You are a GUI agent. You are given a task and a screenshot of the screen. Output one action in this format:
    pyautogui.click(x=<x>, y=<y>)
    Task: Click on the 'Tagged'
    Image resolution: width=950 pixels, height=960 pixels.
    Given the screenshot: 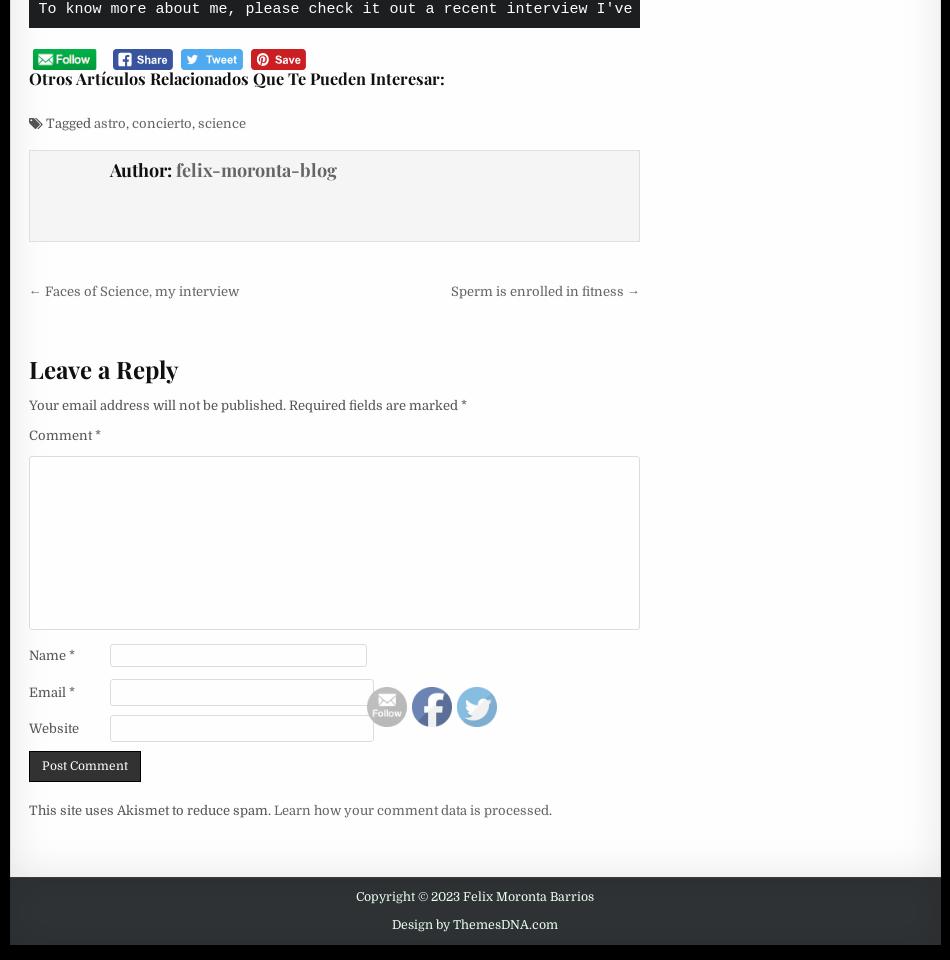 What is the action you would take?
    pyautogui.click(x=41, y=121)
    